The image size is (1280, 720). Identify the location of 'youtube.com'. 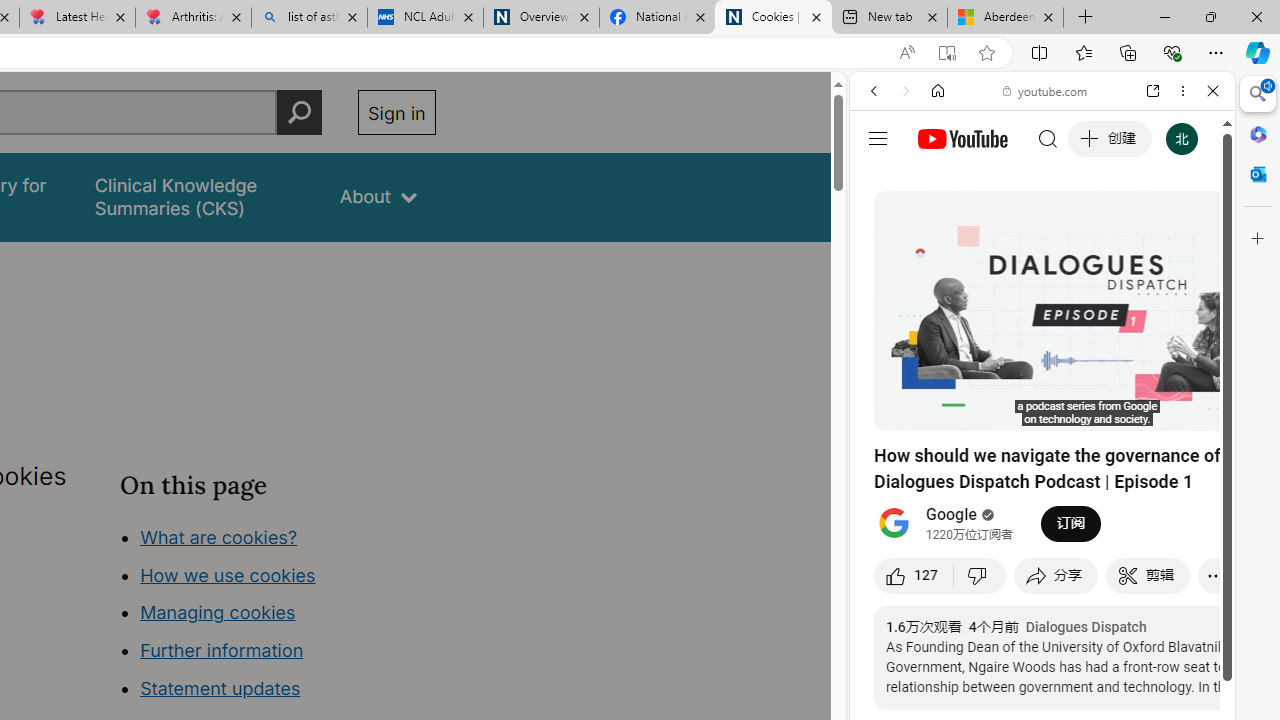
(1045, 91).